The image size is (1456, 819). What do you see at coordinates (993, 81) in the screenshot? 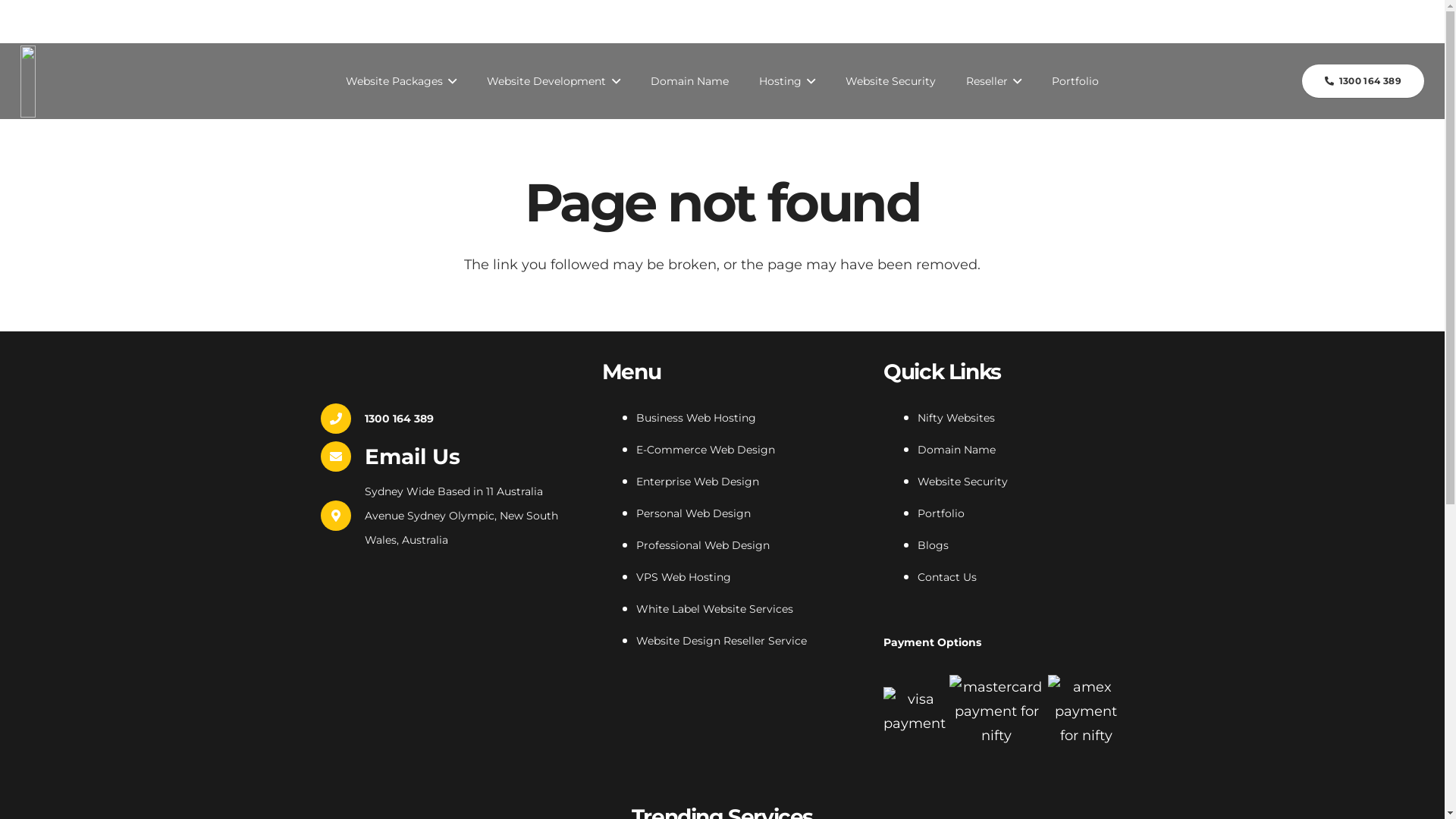
I see `'Reseller'` at bounding box center [993, 81].